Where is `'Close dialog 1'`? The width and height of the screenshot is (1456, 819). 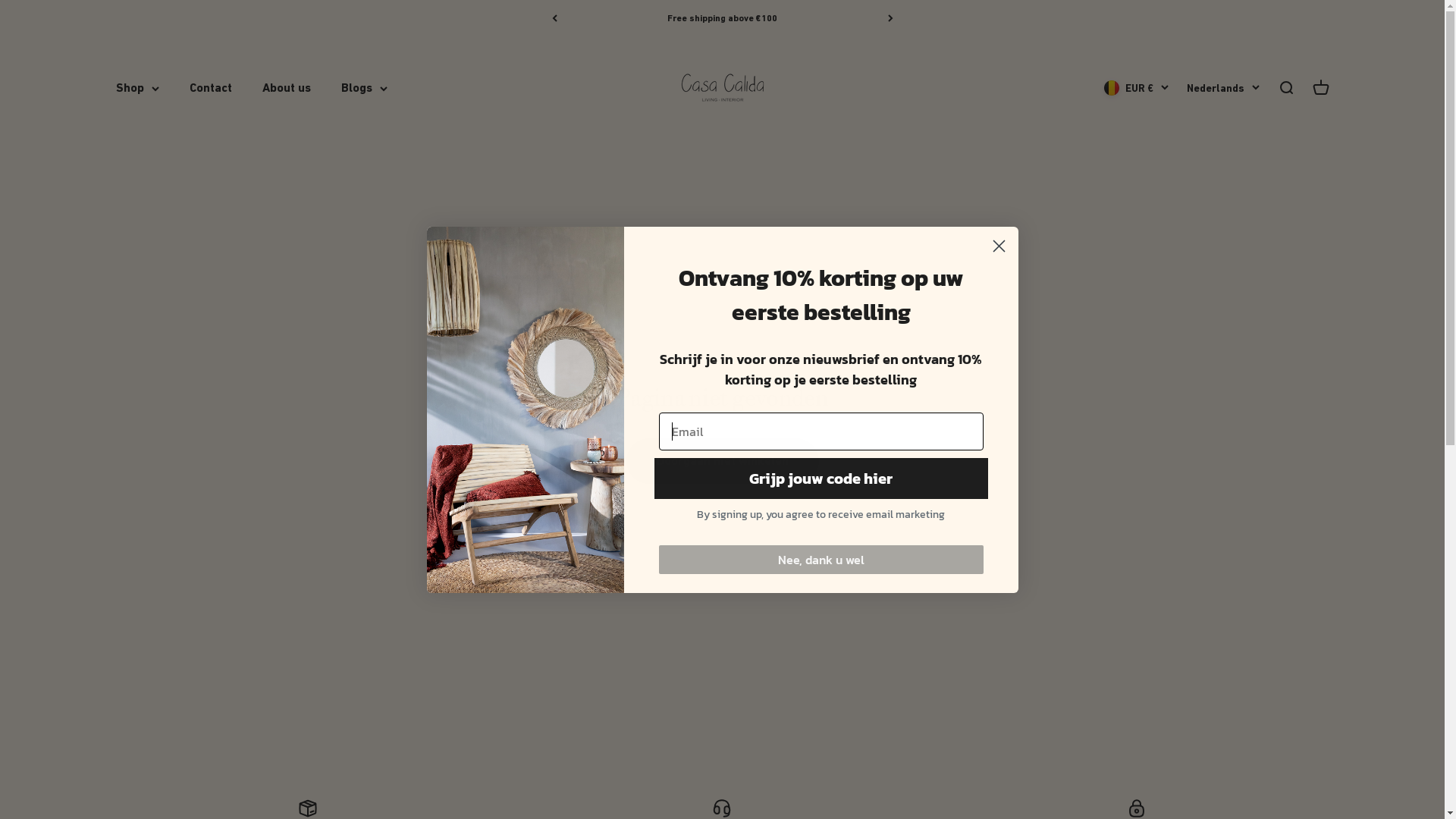
'Close dialog 1' is located at coordinates (986, 244).